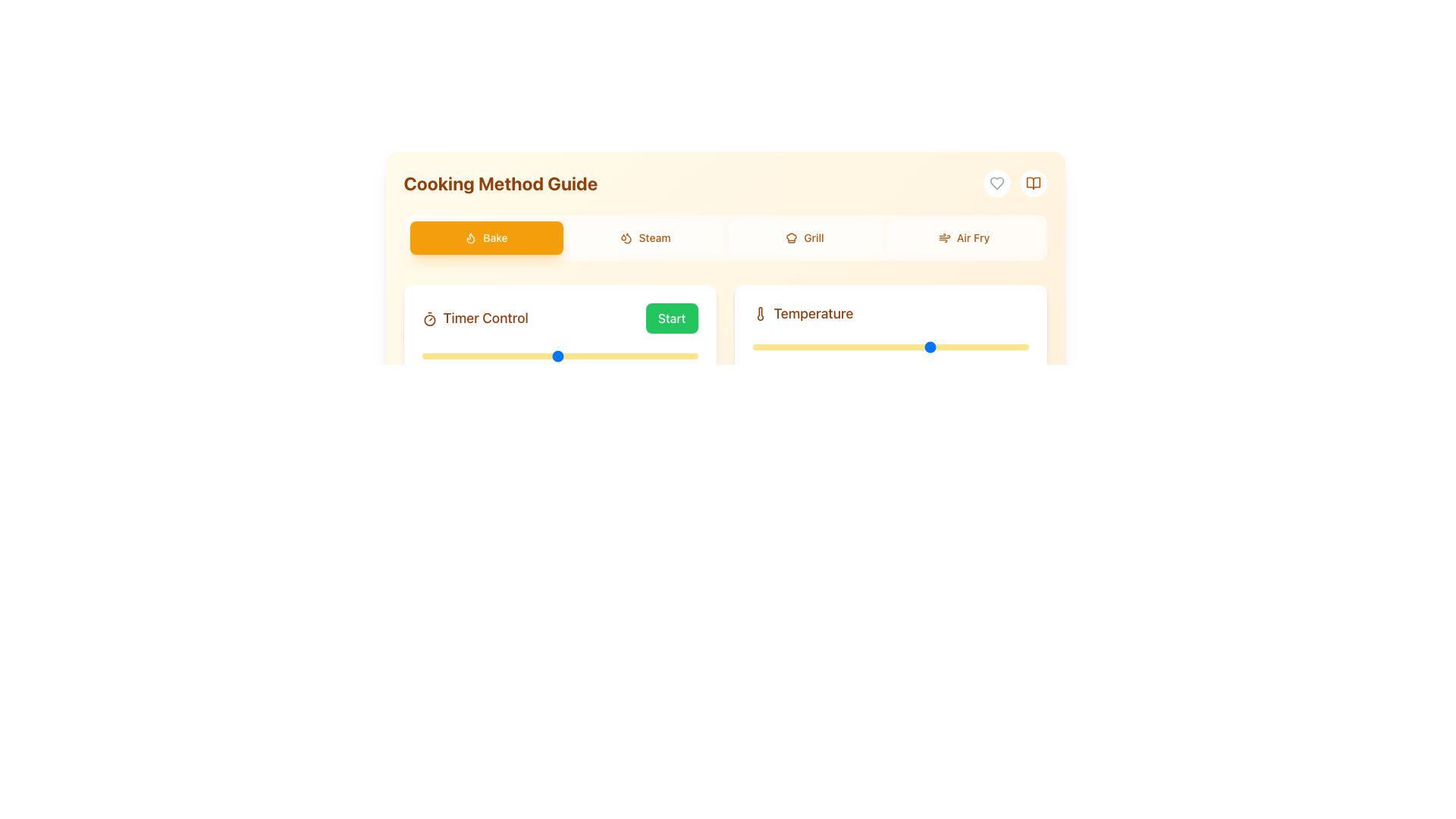 This screenshot has width=1456, height=819. Describe the element at coordinates (762, 347) in the screenshot. I see `the temperature slider` at that location.